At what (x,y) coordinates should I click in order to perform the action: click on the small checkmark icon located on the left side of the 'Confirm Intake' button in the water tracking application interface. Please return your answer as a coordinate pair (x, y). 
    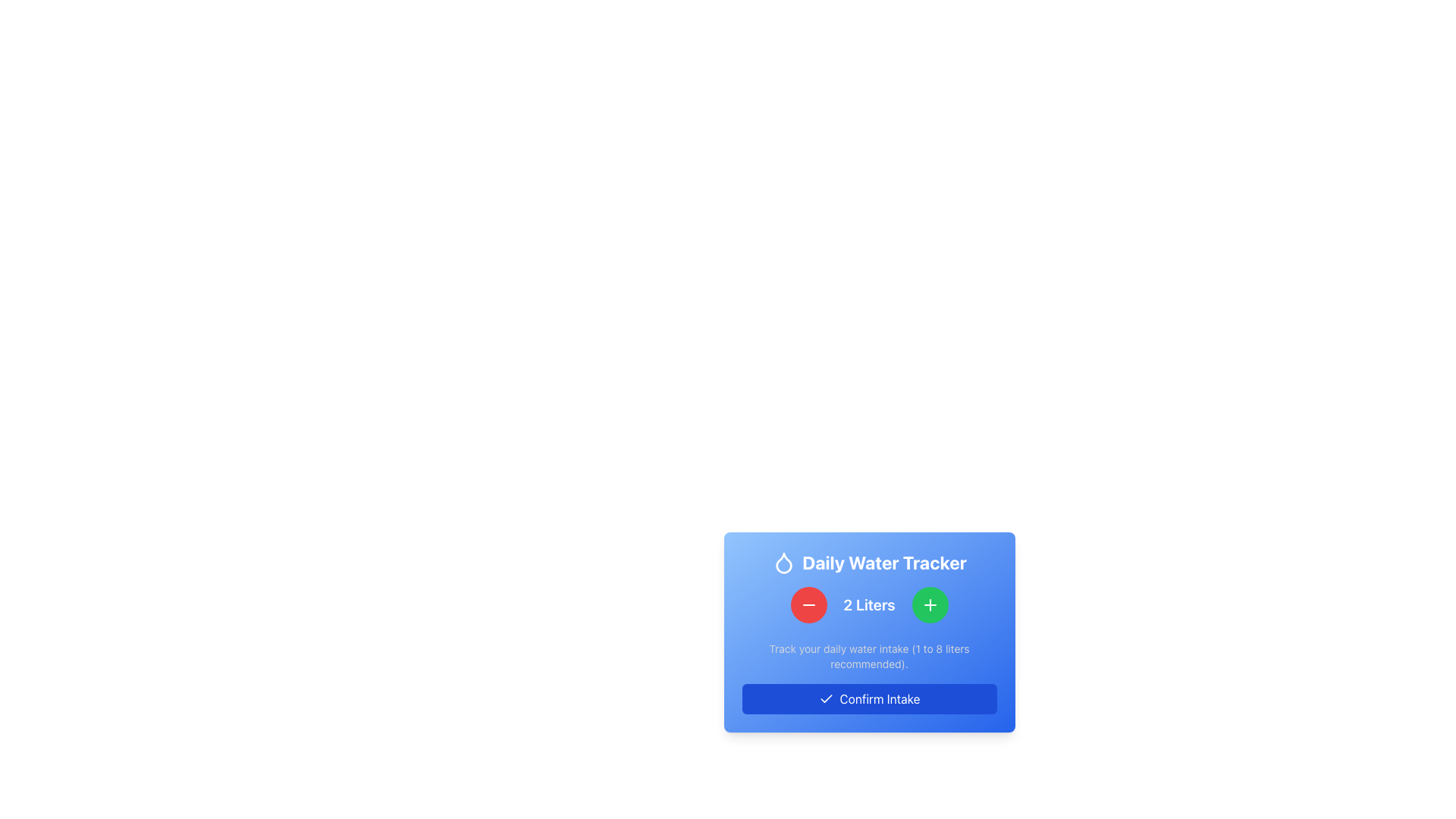
    Looking at the image, I should click on (825, 698).